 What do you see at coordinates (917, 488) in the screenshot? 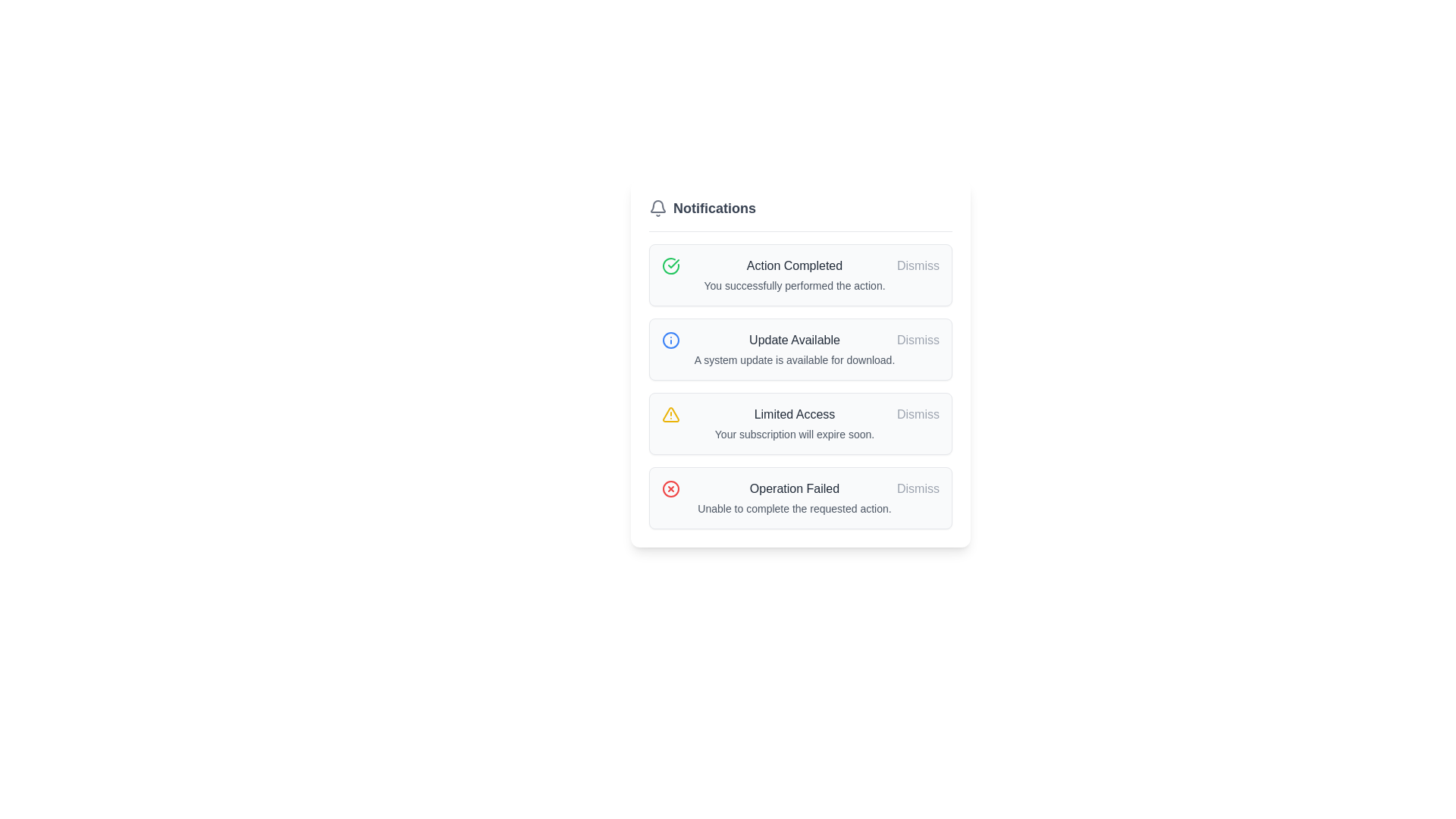
I see `the 'Dismiss' button located at the top right corner of the 'Operation Failed' notification card` at bounding box center [917, 488].